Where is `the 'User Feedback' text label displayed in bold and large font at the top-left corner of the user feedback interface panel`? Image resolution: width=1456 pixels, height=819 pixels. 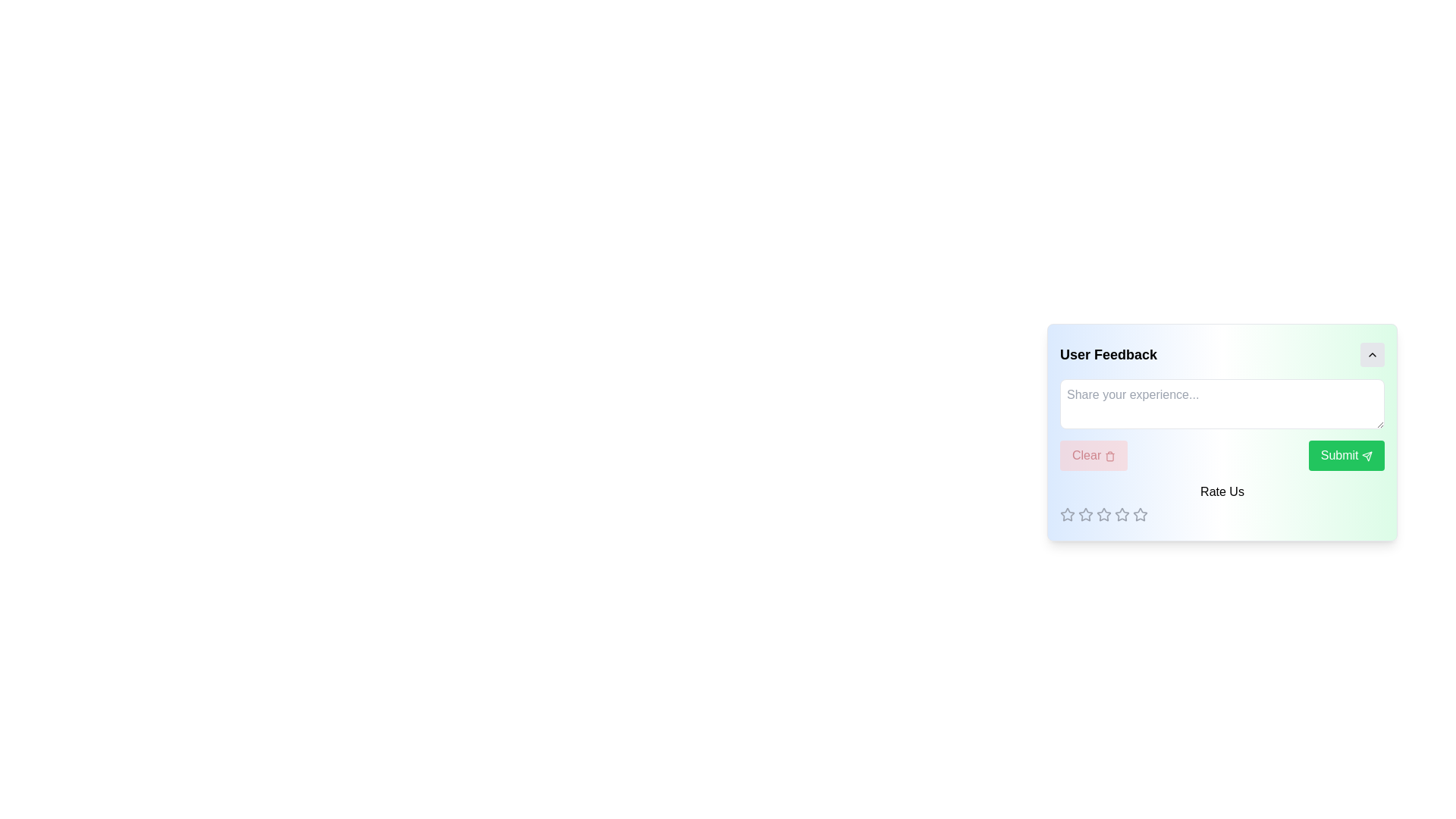 the 'User Feedback' text label displayed in bold and large font at the top-left corner of the user feedback interface panel is located at coordinates (1109, 354).